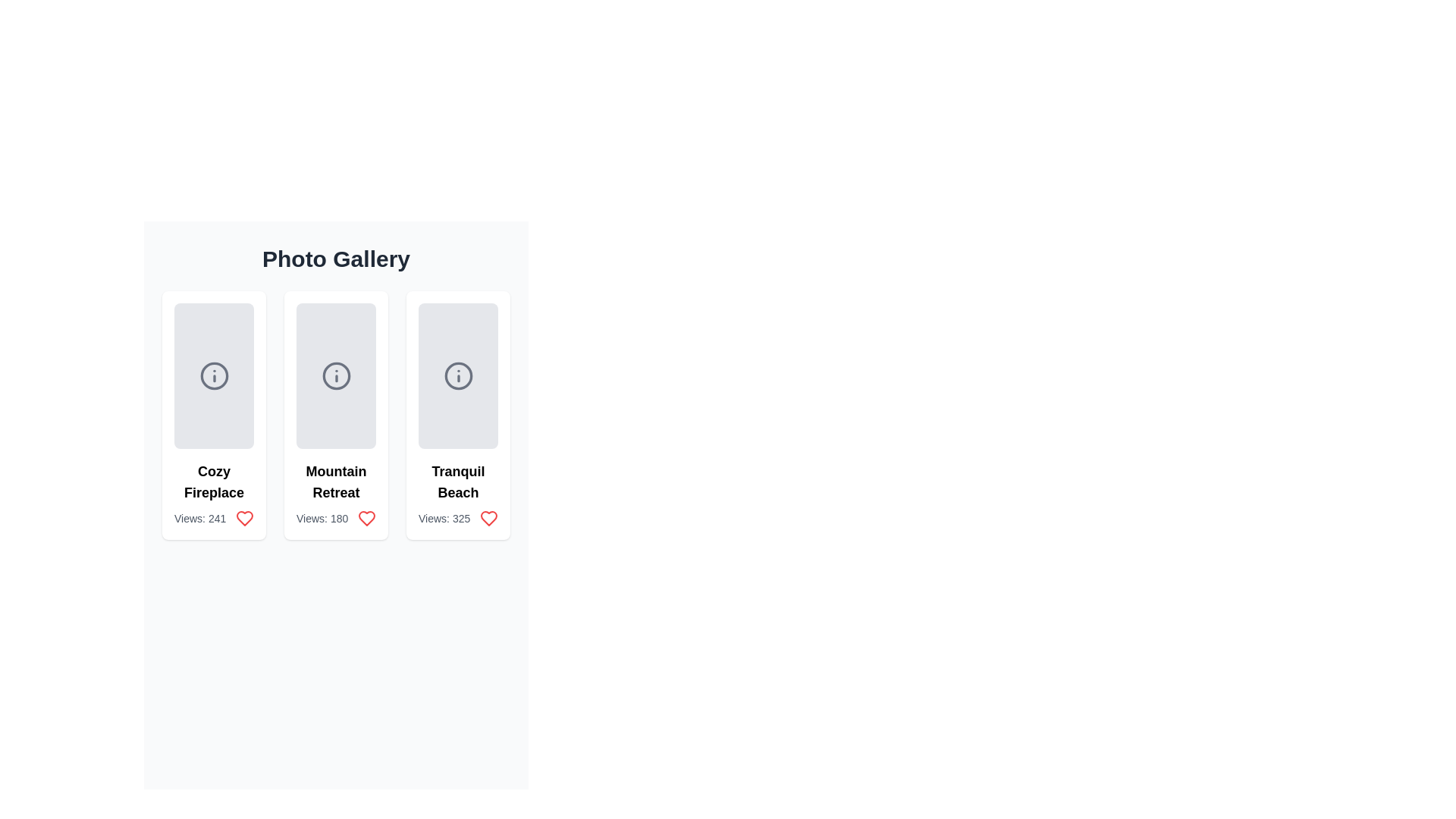 Image resolution: width=1456 pixels, height=819 pixels. Describe the element at coordinates (199, 517) in the screenshot. I see `the text label displaying 'Views: 241' located in the lower section of the leftmost card, which is centered below the title label 'Cozy Fireplace'` at that location.